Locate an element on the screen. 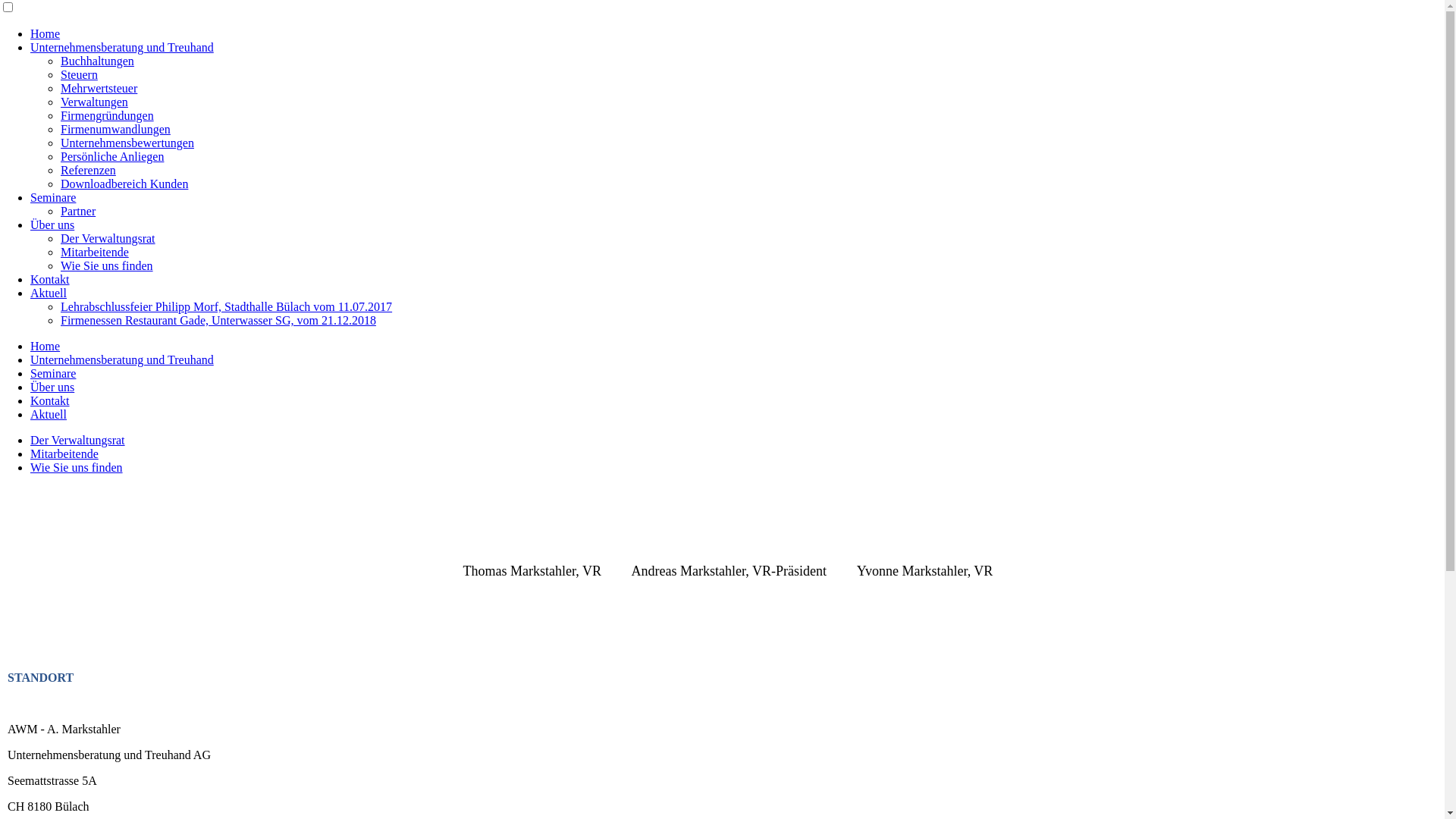 This screenshot has height=819, width=1456. 'Seminare' is located at coordinates (30, 373).